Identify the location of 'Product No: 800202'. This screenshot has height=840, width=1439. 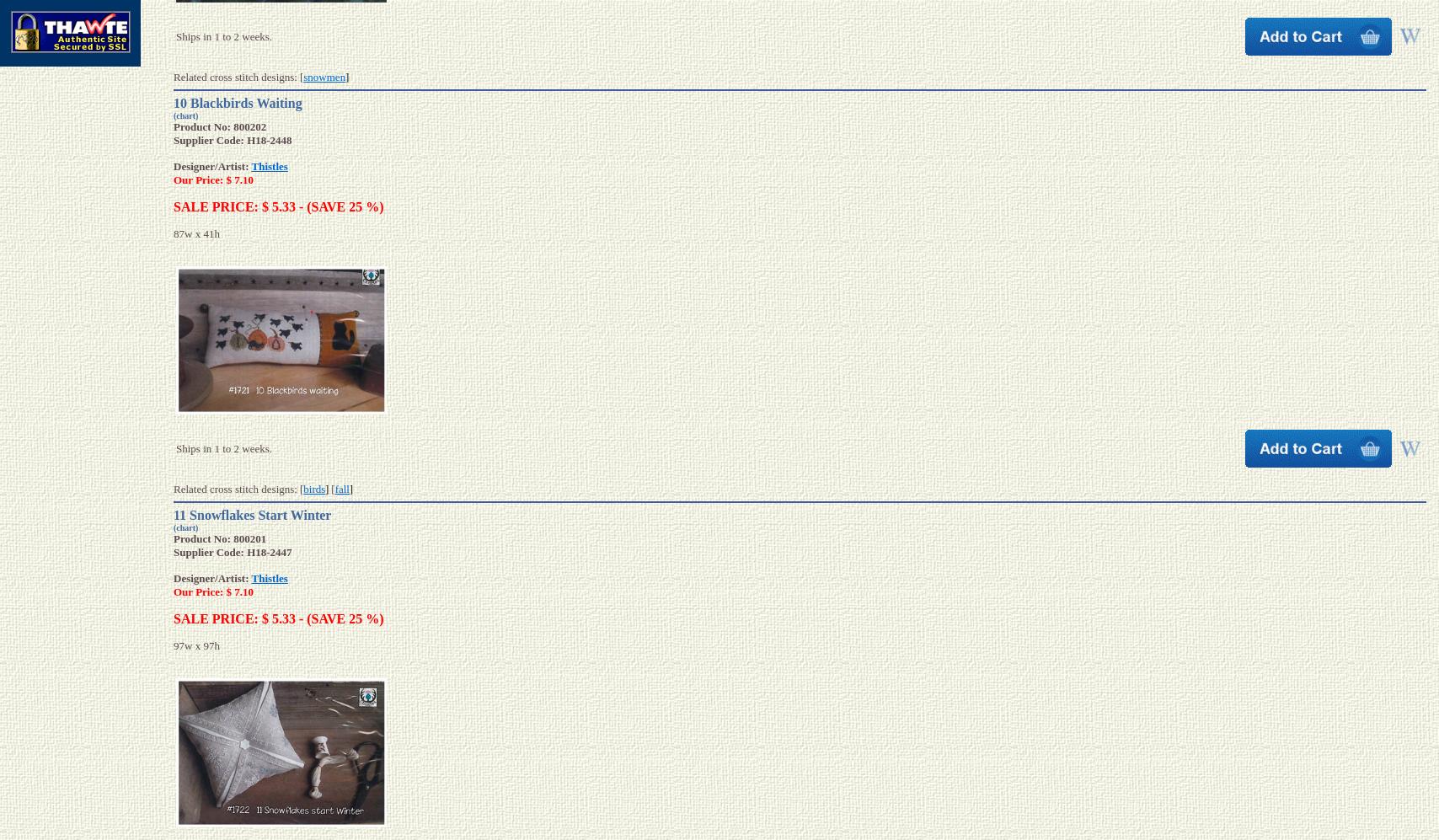
(219, 125).